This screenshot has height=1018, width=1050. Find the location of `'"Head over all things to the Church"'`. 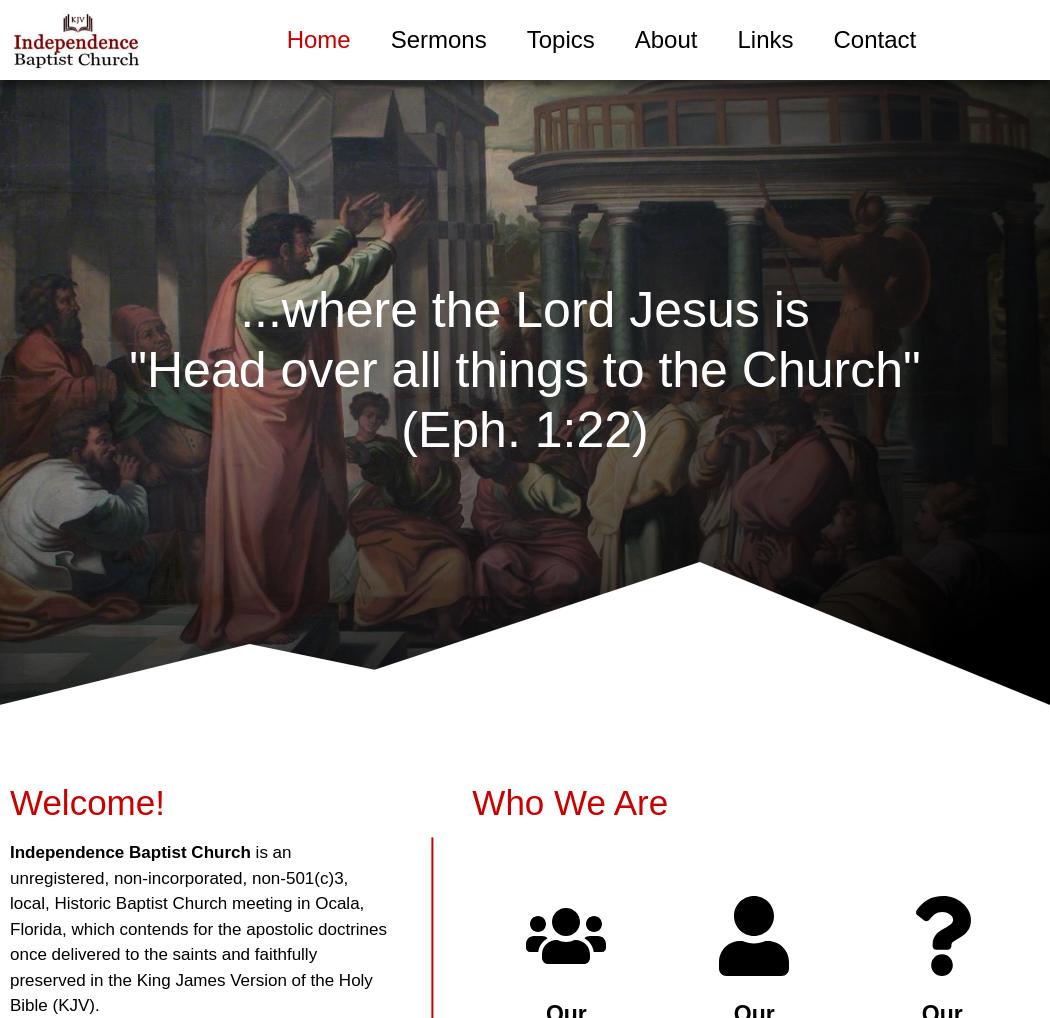

'"Head over all things to the Church"' is located at coordinates (523, 370).